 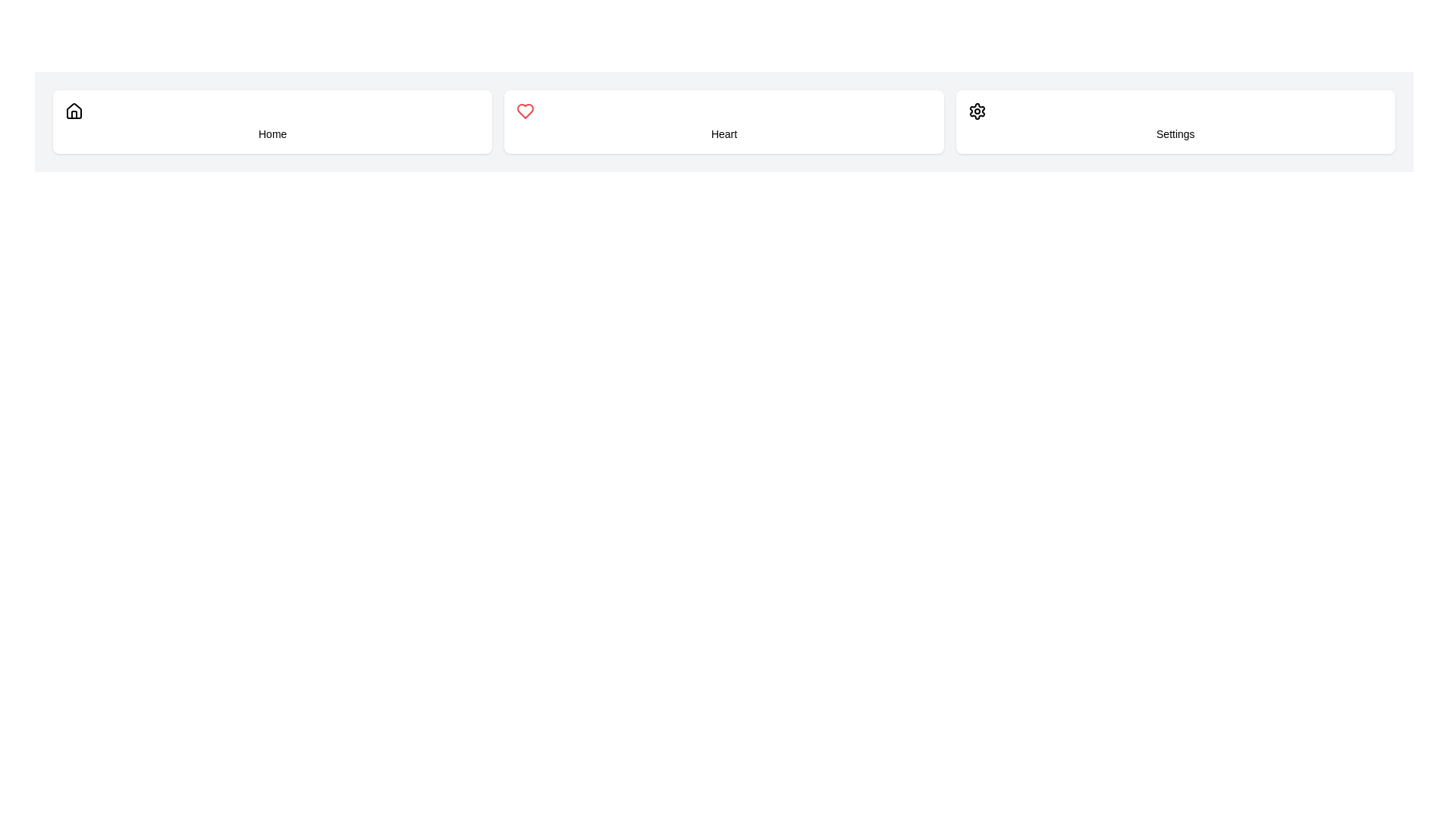 I want to click on the gear icon representing settings, located in the upper section of the interface within the 'Settings' card, visually centered above the text label 'Settings', so click(x=977, y=110).